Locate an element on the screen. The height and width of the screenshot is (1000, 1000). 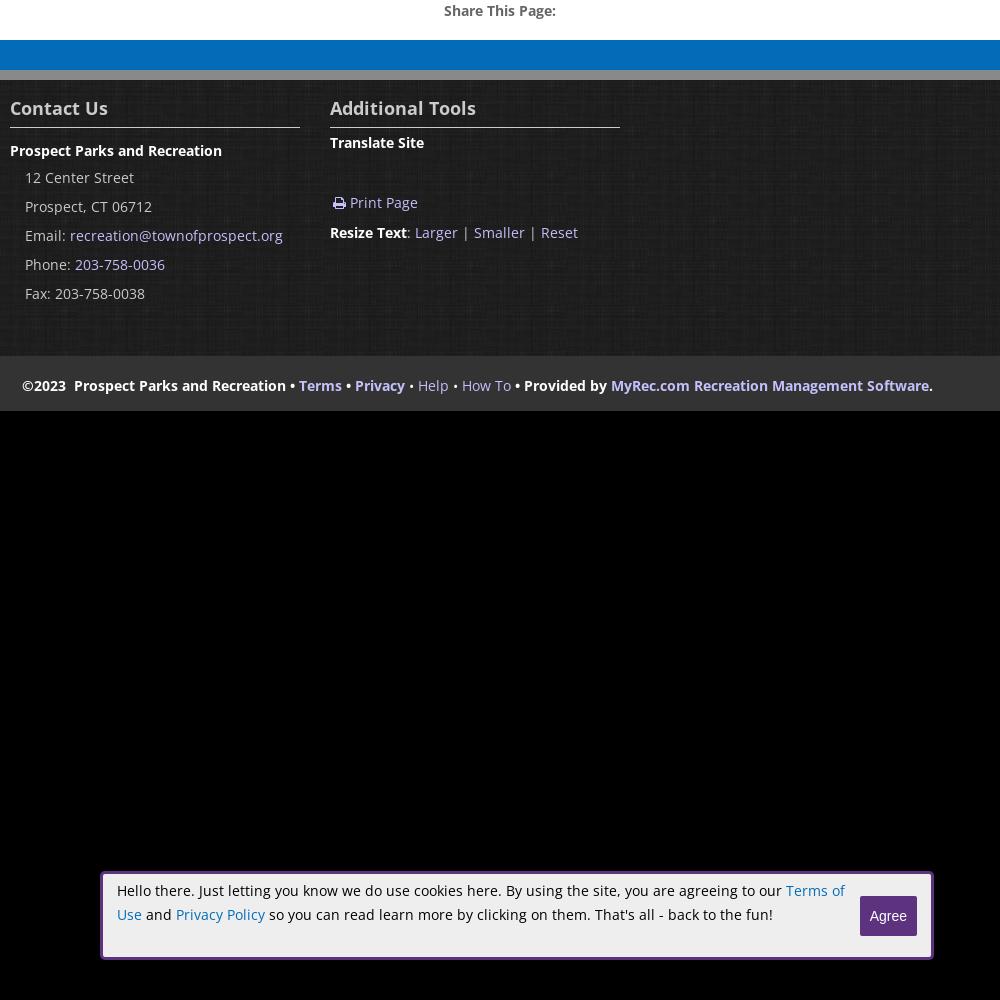
'Email:' is located at coordinates (25, 233).